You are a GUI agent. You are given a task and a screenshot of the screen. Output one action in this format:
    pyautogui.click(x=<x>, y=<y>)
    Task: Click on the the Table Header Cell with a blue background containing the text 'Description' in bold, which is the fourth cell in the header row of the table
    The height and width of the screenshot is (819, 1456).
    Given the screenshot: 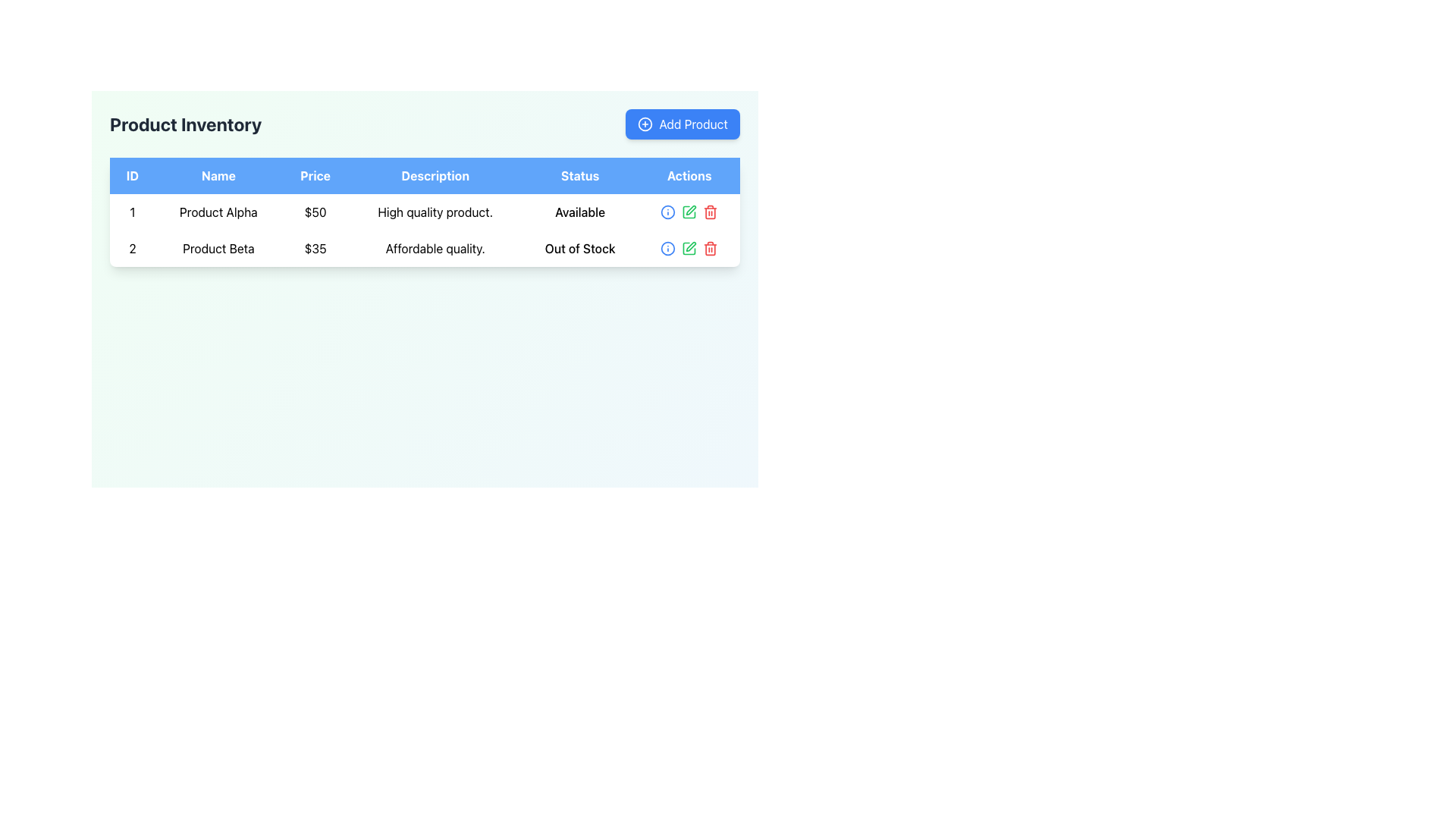 What is the action you would take?
    pyautogui.click(x=435, y=174)
    